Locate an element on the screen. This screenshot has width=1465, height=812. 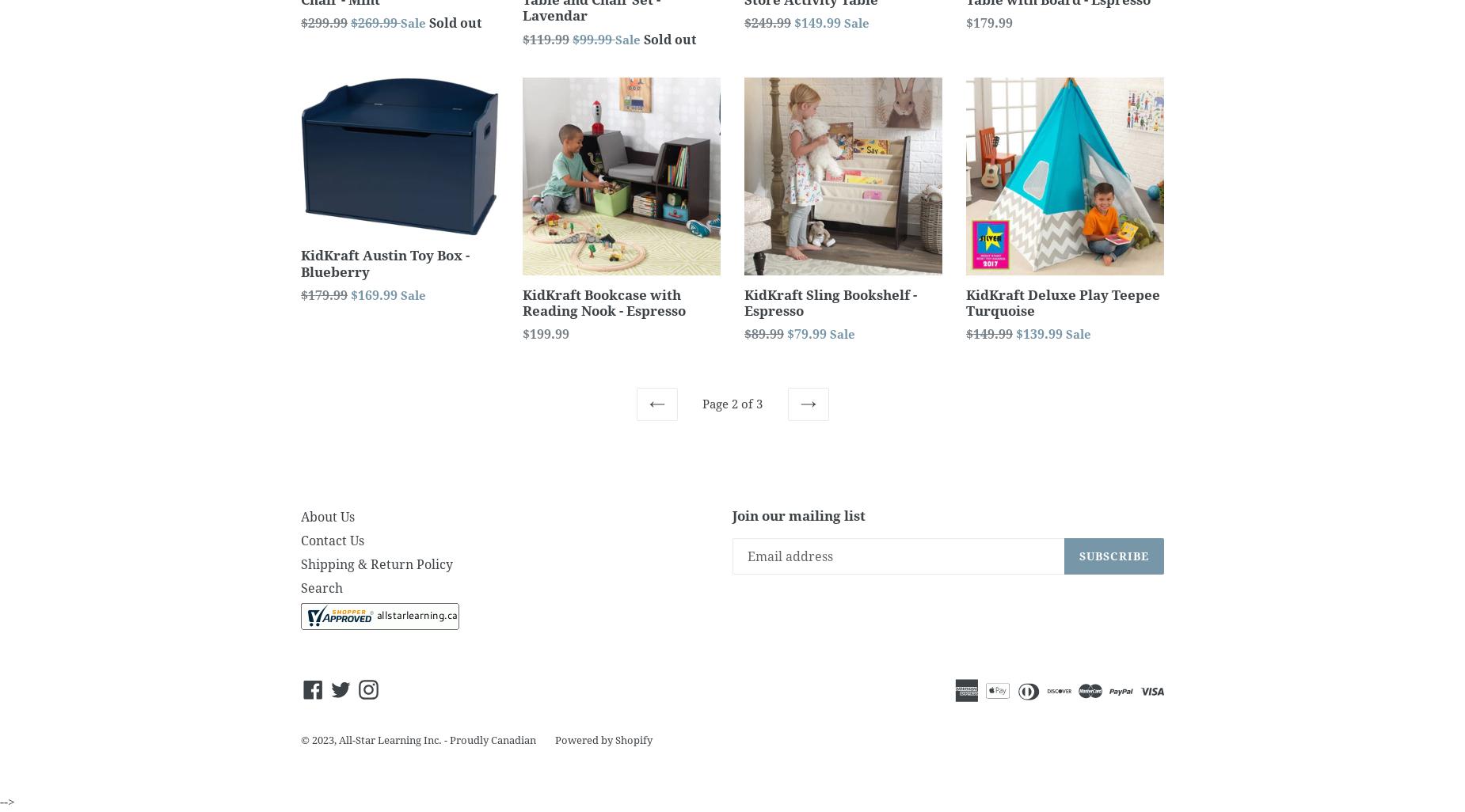
'$79.99' is located at coordinates (808, 334).